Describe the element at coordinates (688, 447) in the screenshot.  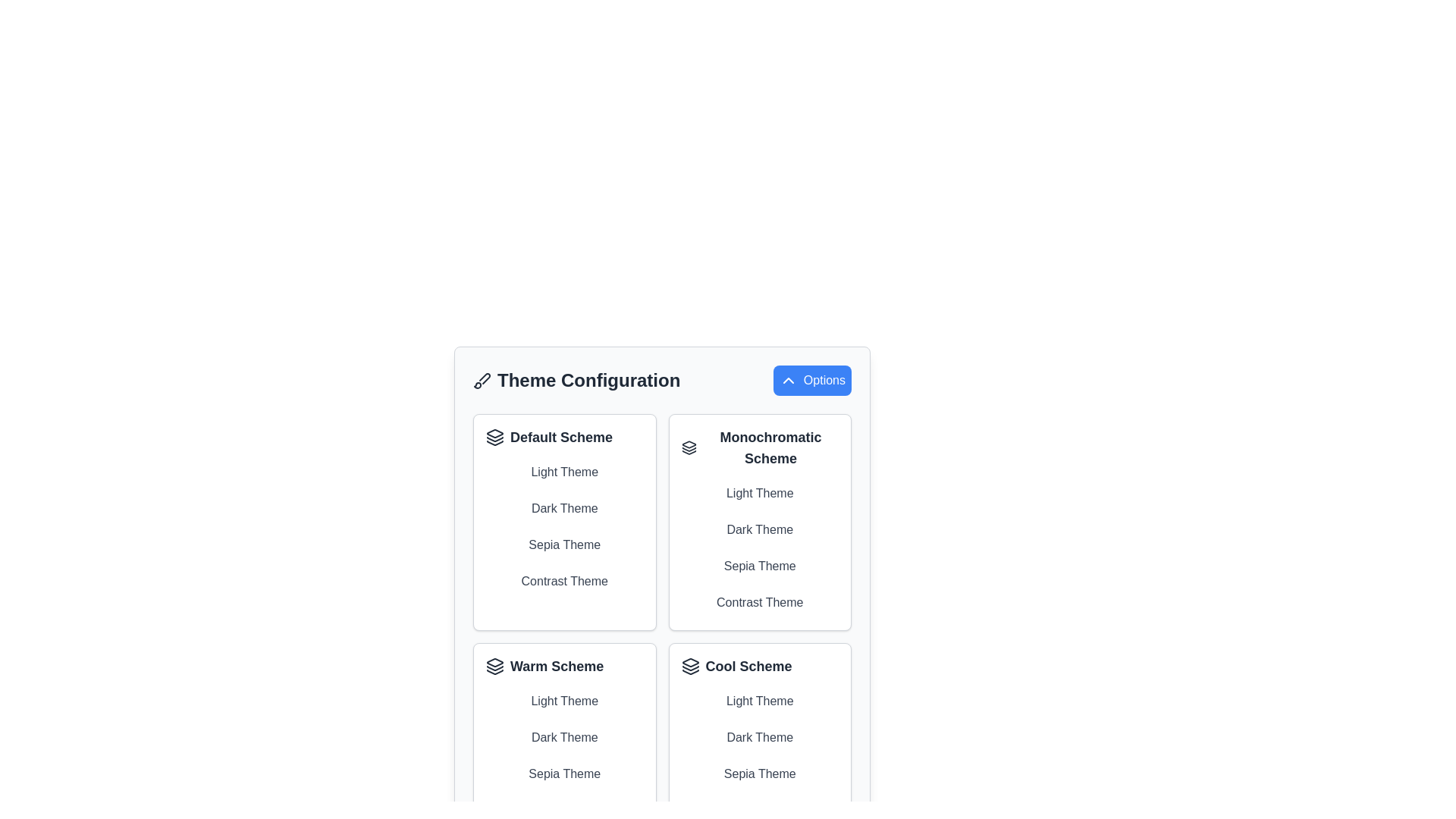
I see `the graphical icon resembling stacked layers, which is located to the left of the 'Monochromatic Scheme' title text in the top part of the card` at that location.